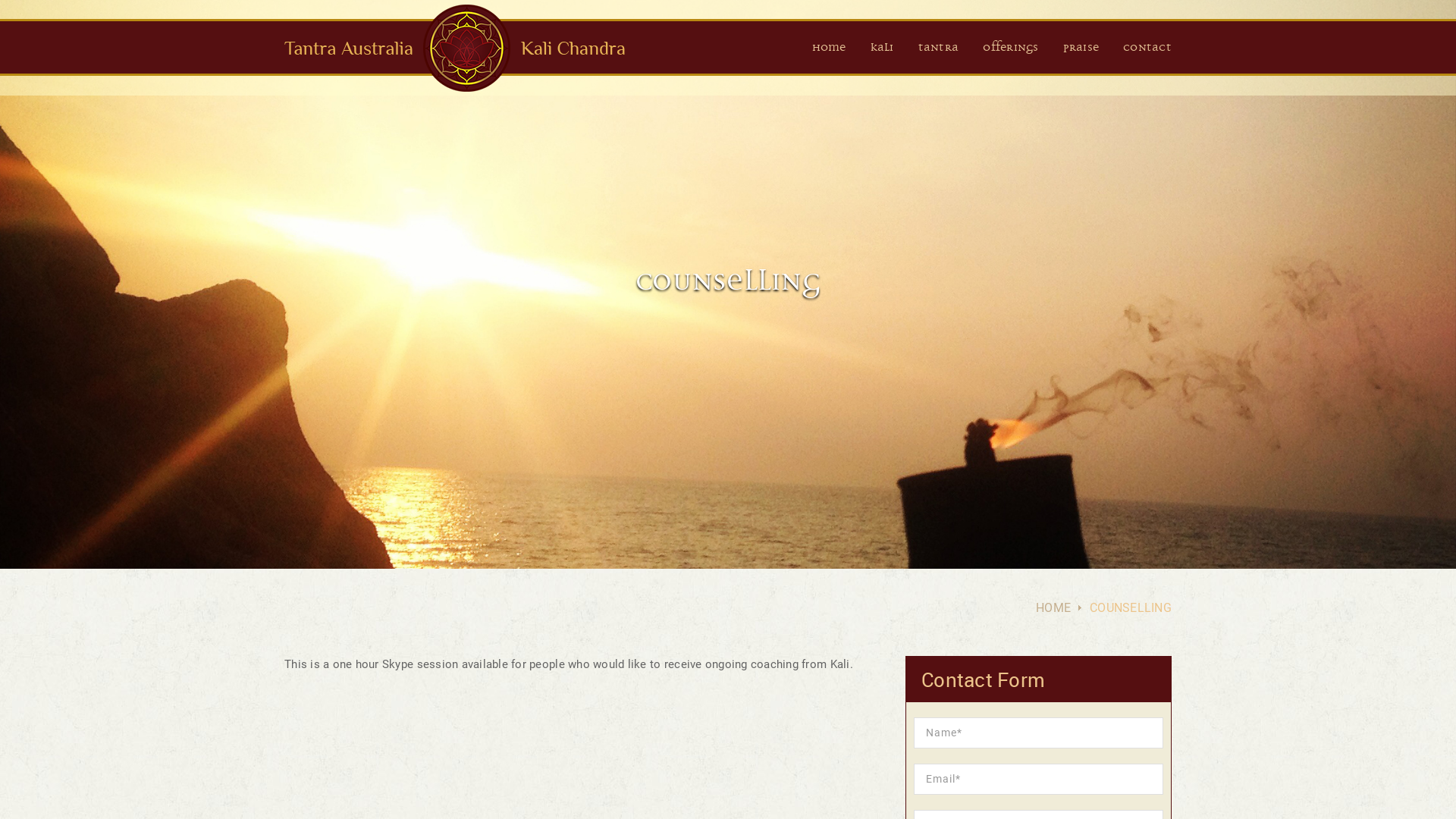 The image size is (1456, 819). Describe the element at coordinates (1080, 48) in the screenshot. I see `'PRAISE'` at that location.